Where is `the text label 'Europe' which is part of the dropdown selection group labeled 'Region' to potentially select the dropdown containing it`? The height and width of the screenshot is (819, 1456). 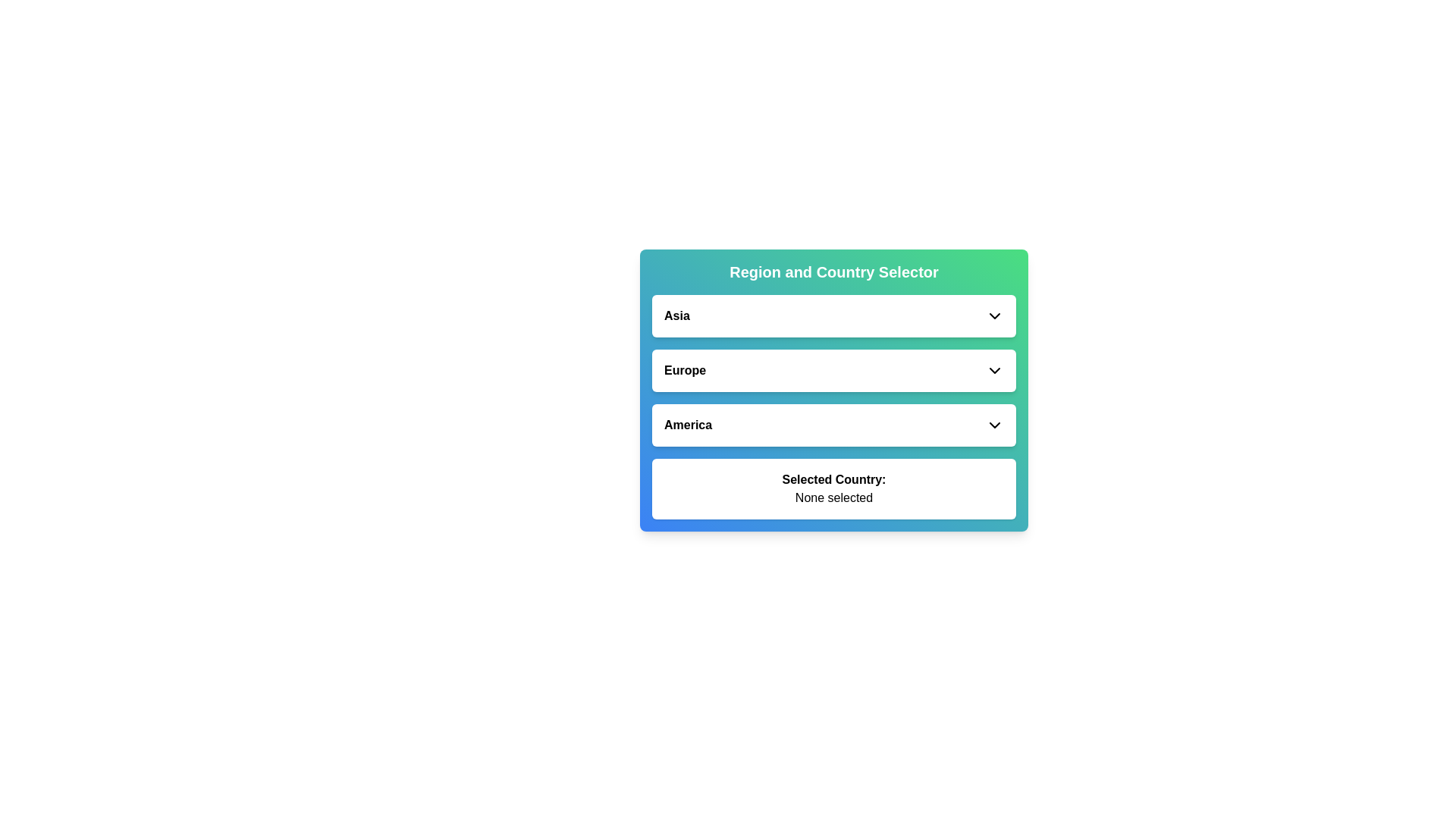
the text label 'Europe' which is part of the dropdown selection group labeled 'Region' to potentially select the dropdown containing it is located at coordinates (684, 371).